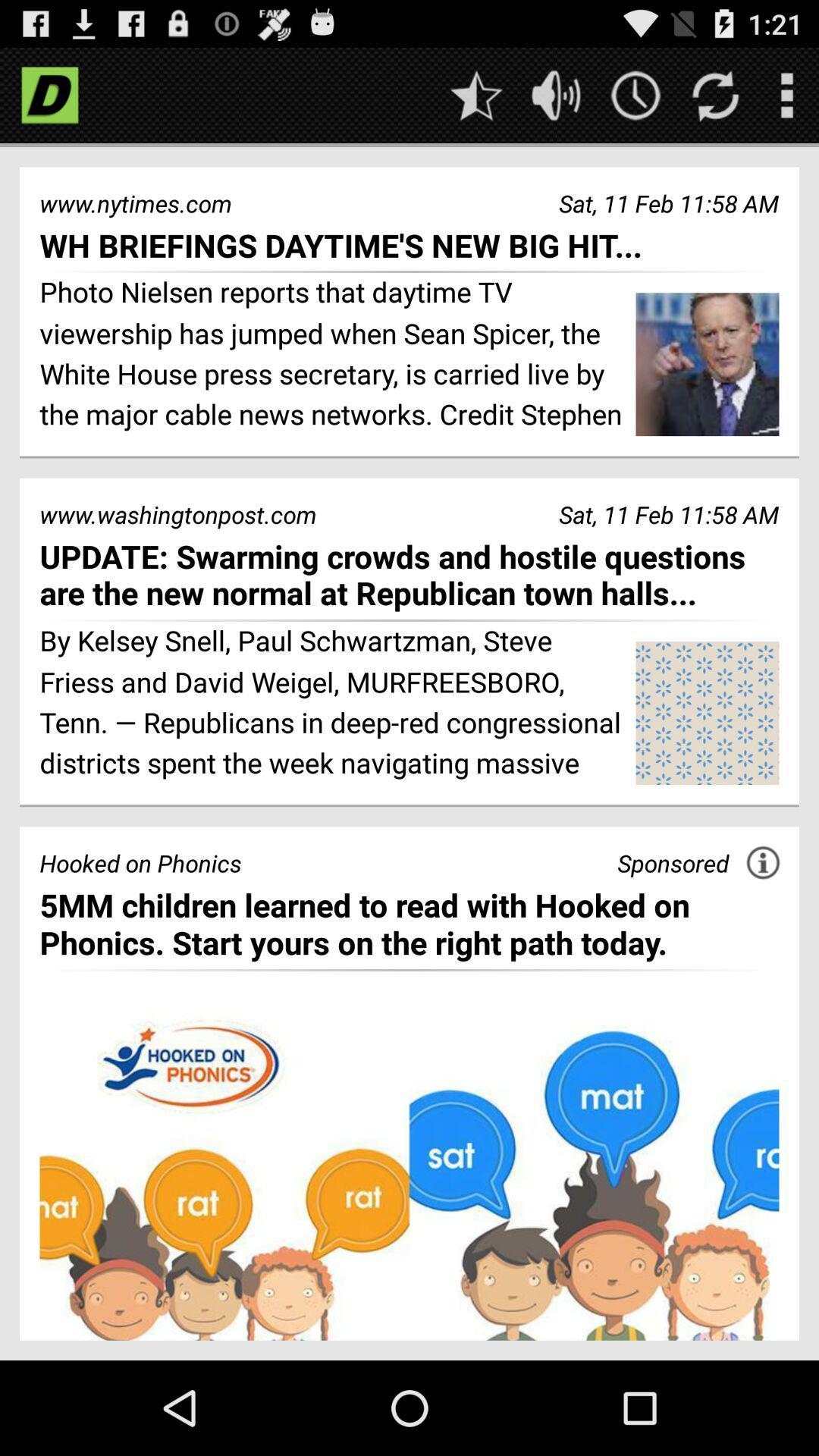 This screenshot has width=819, height=1456. Describe the element at coordinates (475, 94) in the screenshot. I see `bookmark this page` at that location.